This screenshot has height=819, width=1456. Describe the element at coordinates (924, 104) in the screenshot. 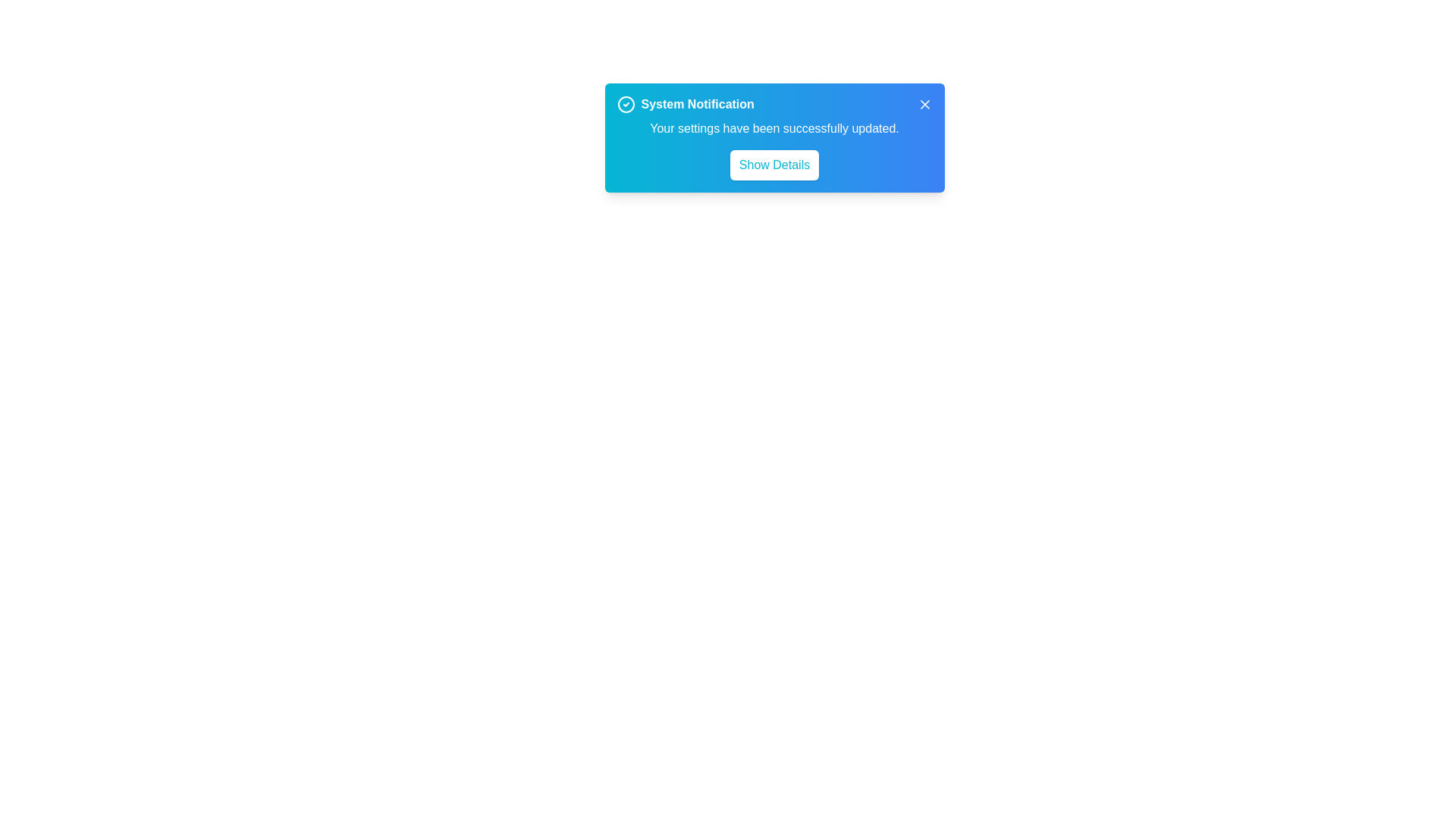

I see `the close button of the notification` at that location.